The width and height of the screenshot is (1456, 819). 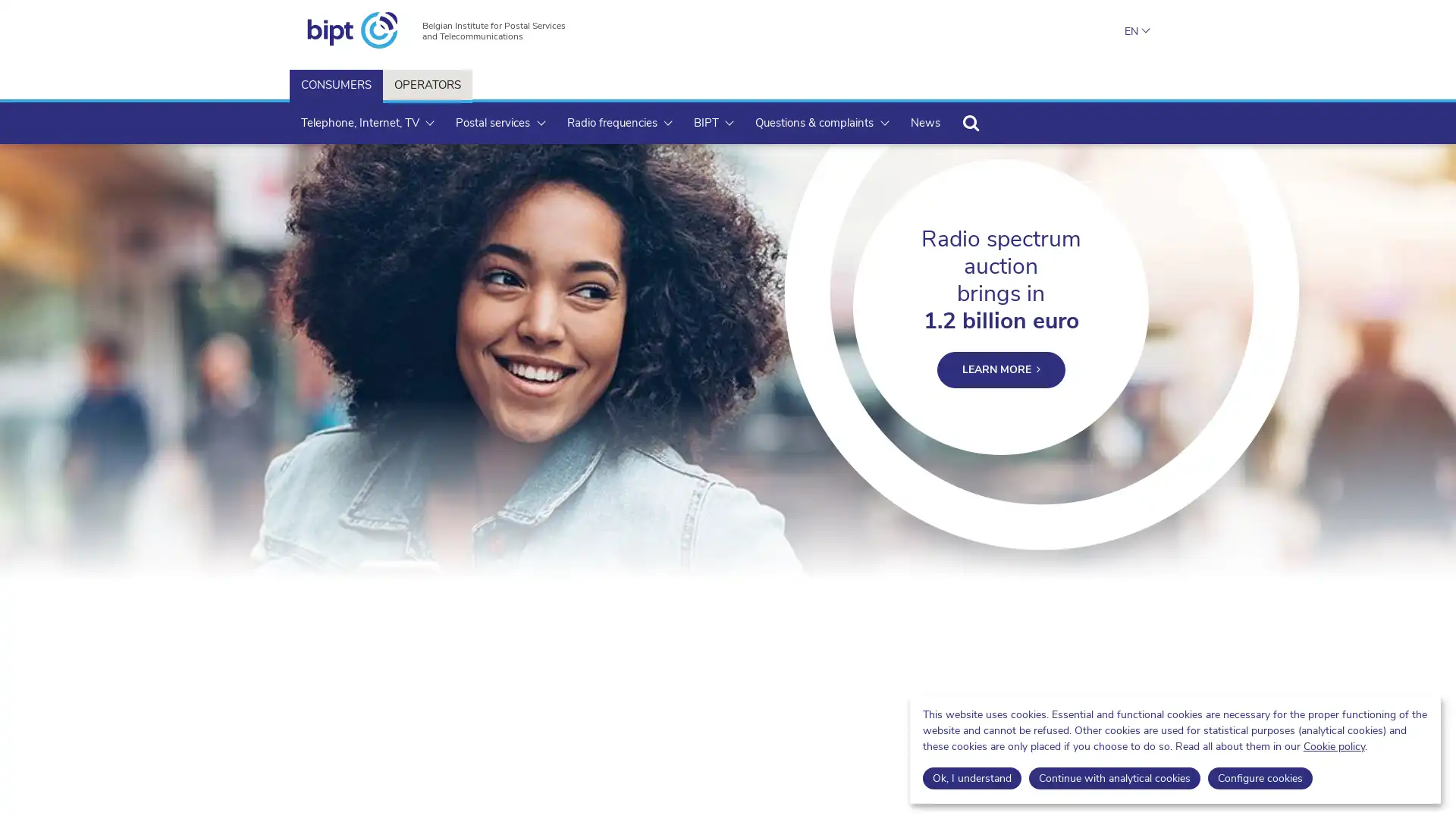 What do you see at coordinates (971, 122) in the screenshot?
I see `Search` at bounding box center [971, 122].